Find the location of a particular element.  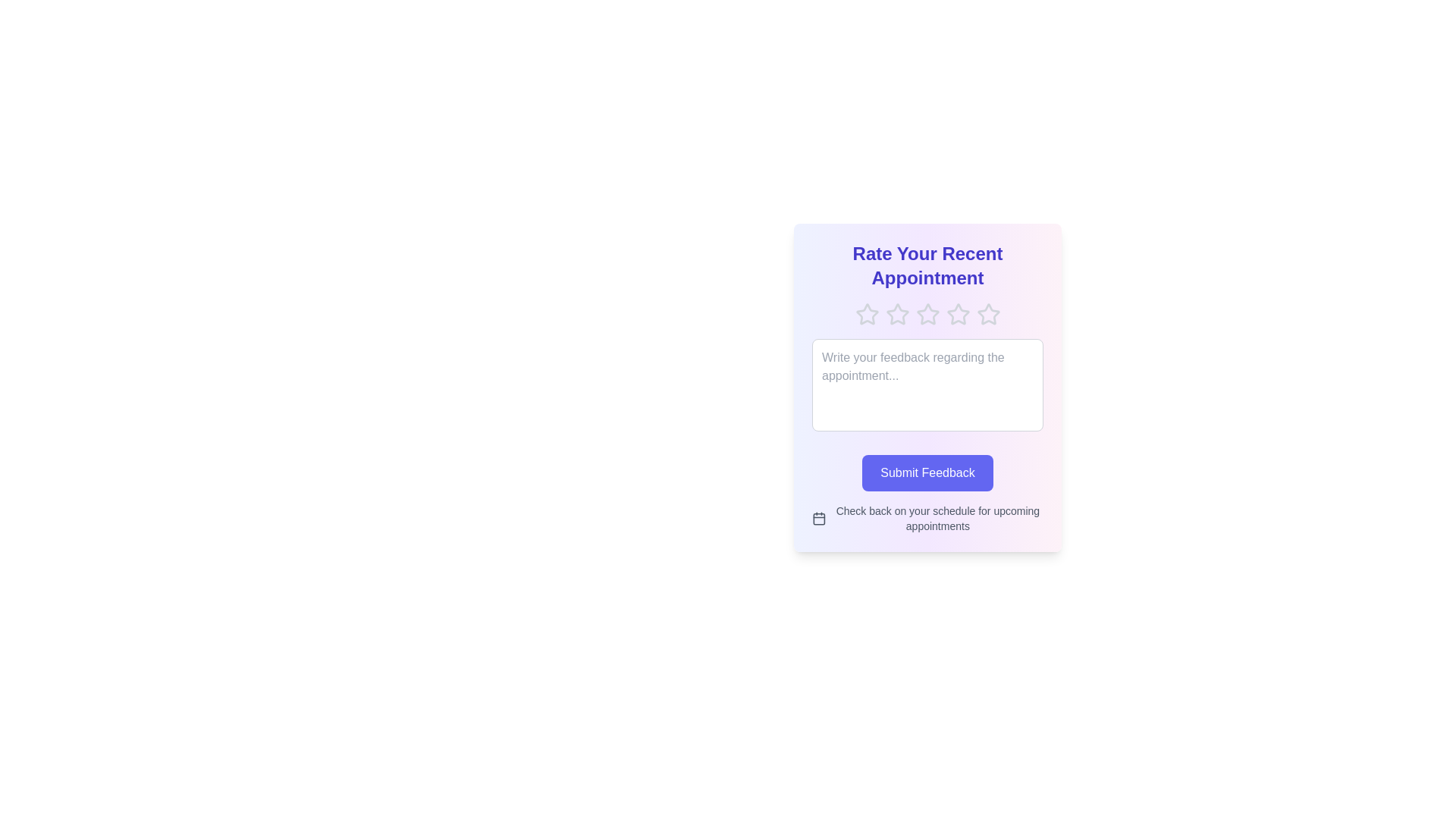

the star corresponding to 1 to preview the rating is located at coordinates (867, 314).